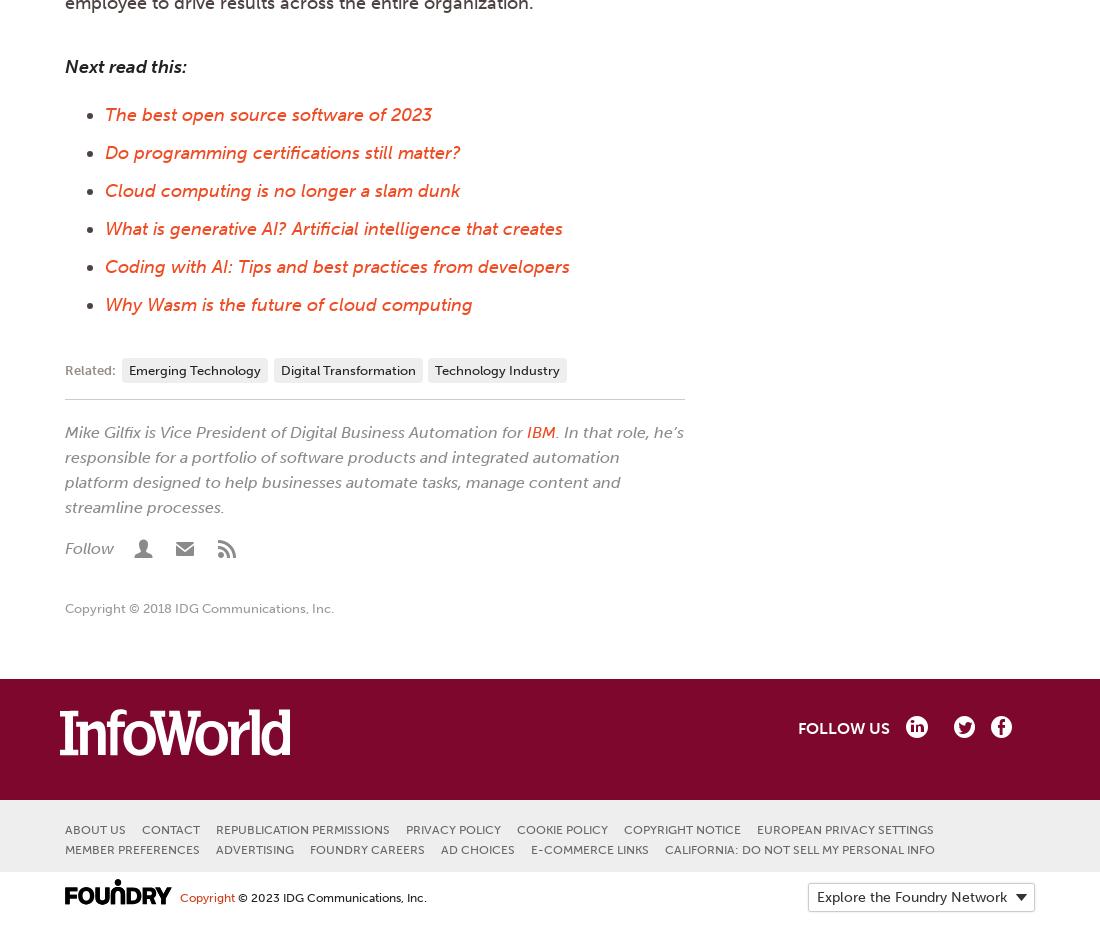 This screenshot has width=1100, height=927. What do you see at coordinates (843, 727) in the screenshot?
I see `'Follow us'` at bounding box center [843, 727].